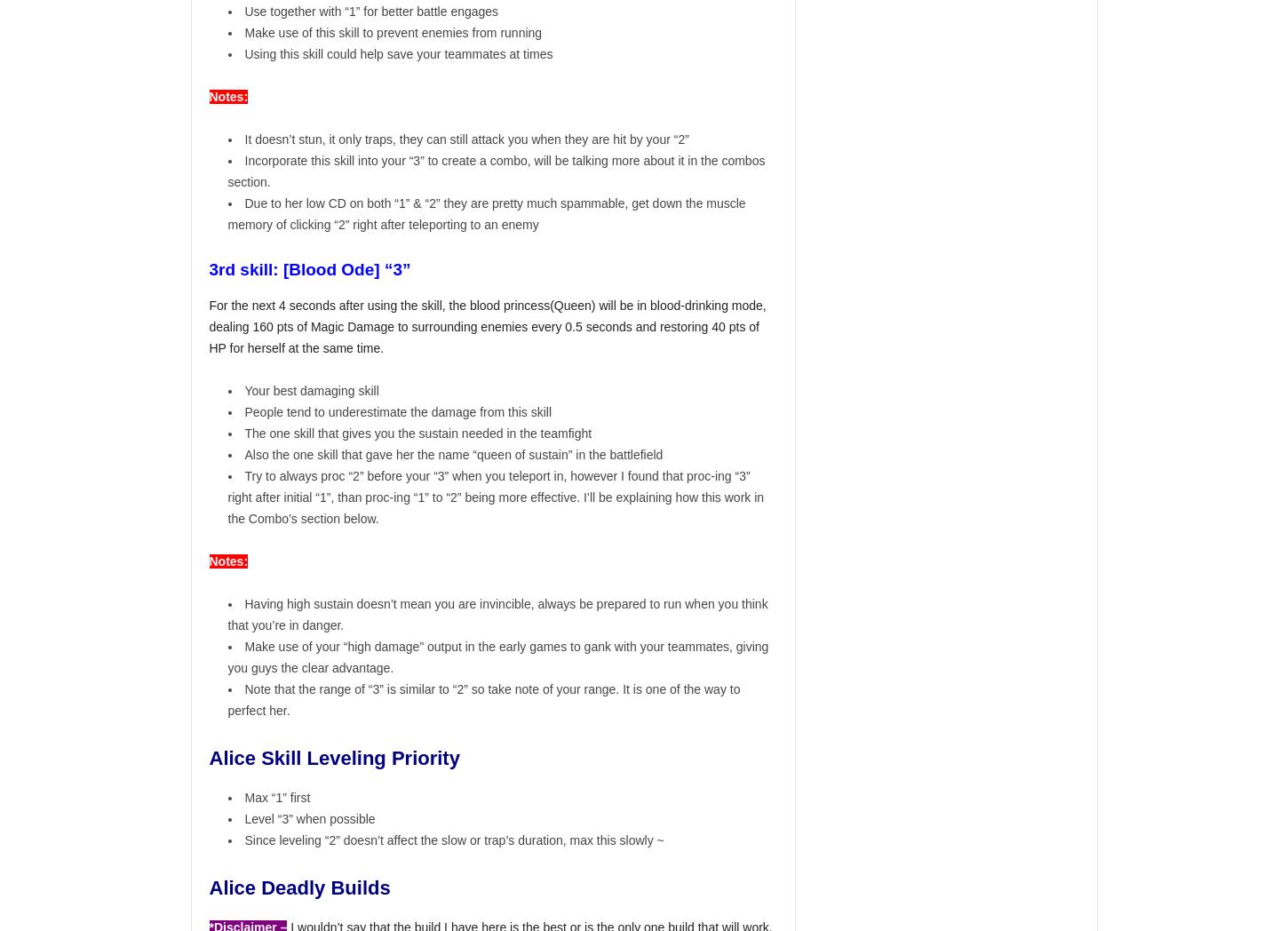  What do you see at coordinates (487, 325) in the screenshot?
I see `'For the next 4 seconds after using the skill, the blood princess(Queen) will be in blood-drinking mode, dealing 160 pts of Magic Damage to surrounding enemies every 0.5 seconds and restoring 40 pts of HP for herself at the same time.'` at bounding box center [487, 325].